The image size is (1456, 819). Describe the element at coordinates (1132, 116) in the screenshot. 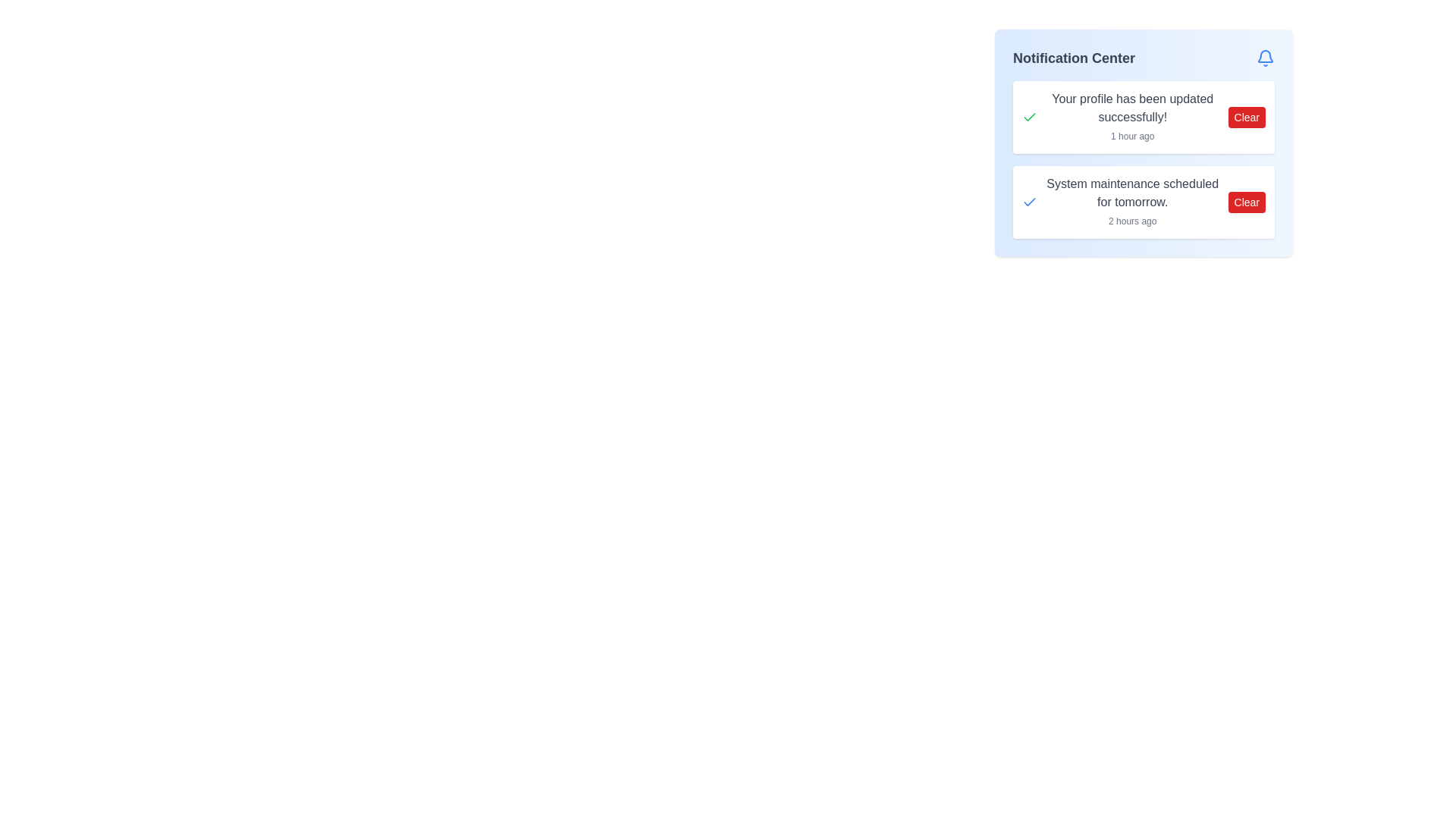

I see `the static text display that shows the message 'Your profile has been updated successfully!' located in the top notification card under the 'Notification Center' section` at that location.